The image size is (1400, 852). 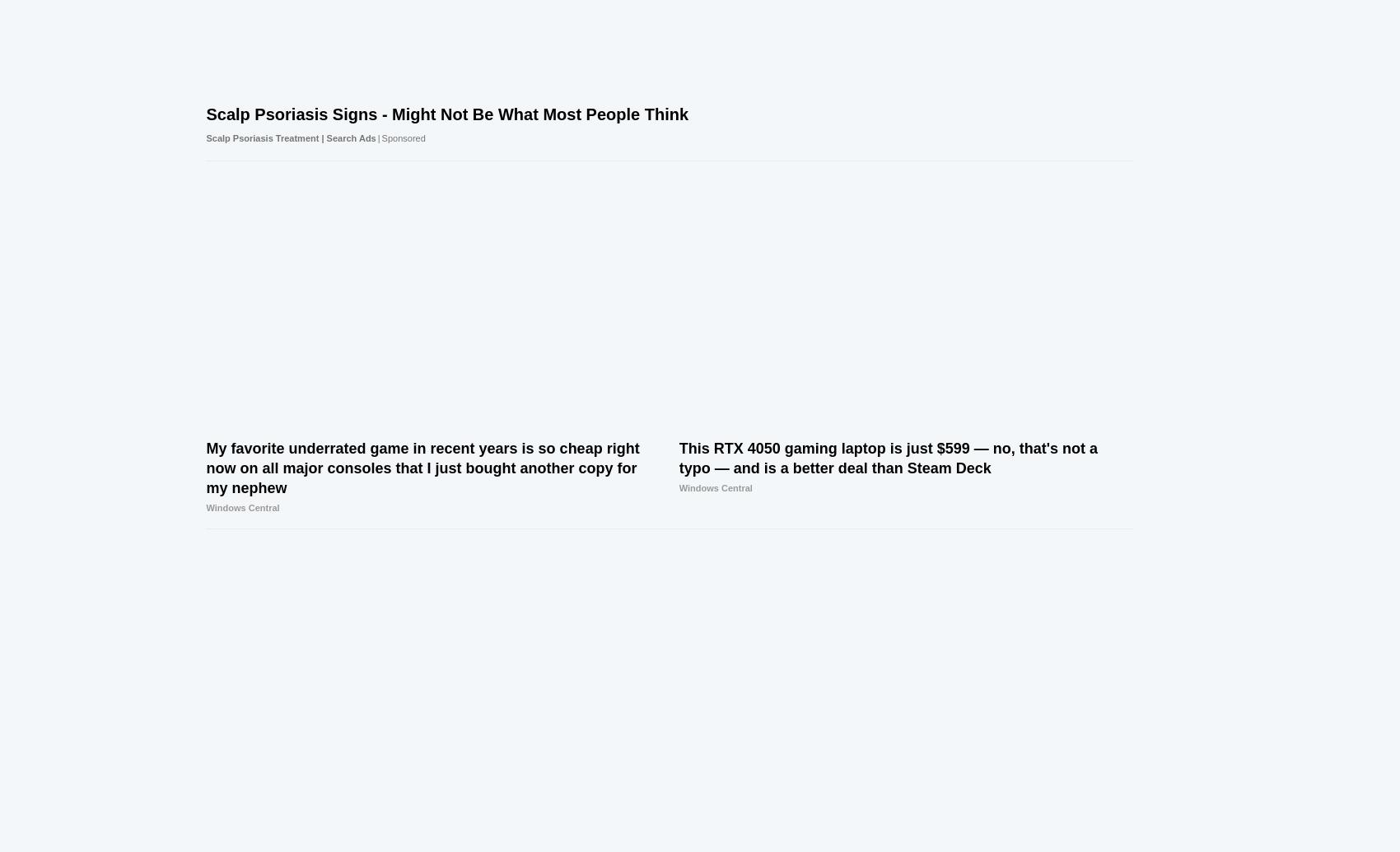 I want to click on 'Windows Central', so click(x=1197, y=763).